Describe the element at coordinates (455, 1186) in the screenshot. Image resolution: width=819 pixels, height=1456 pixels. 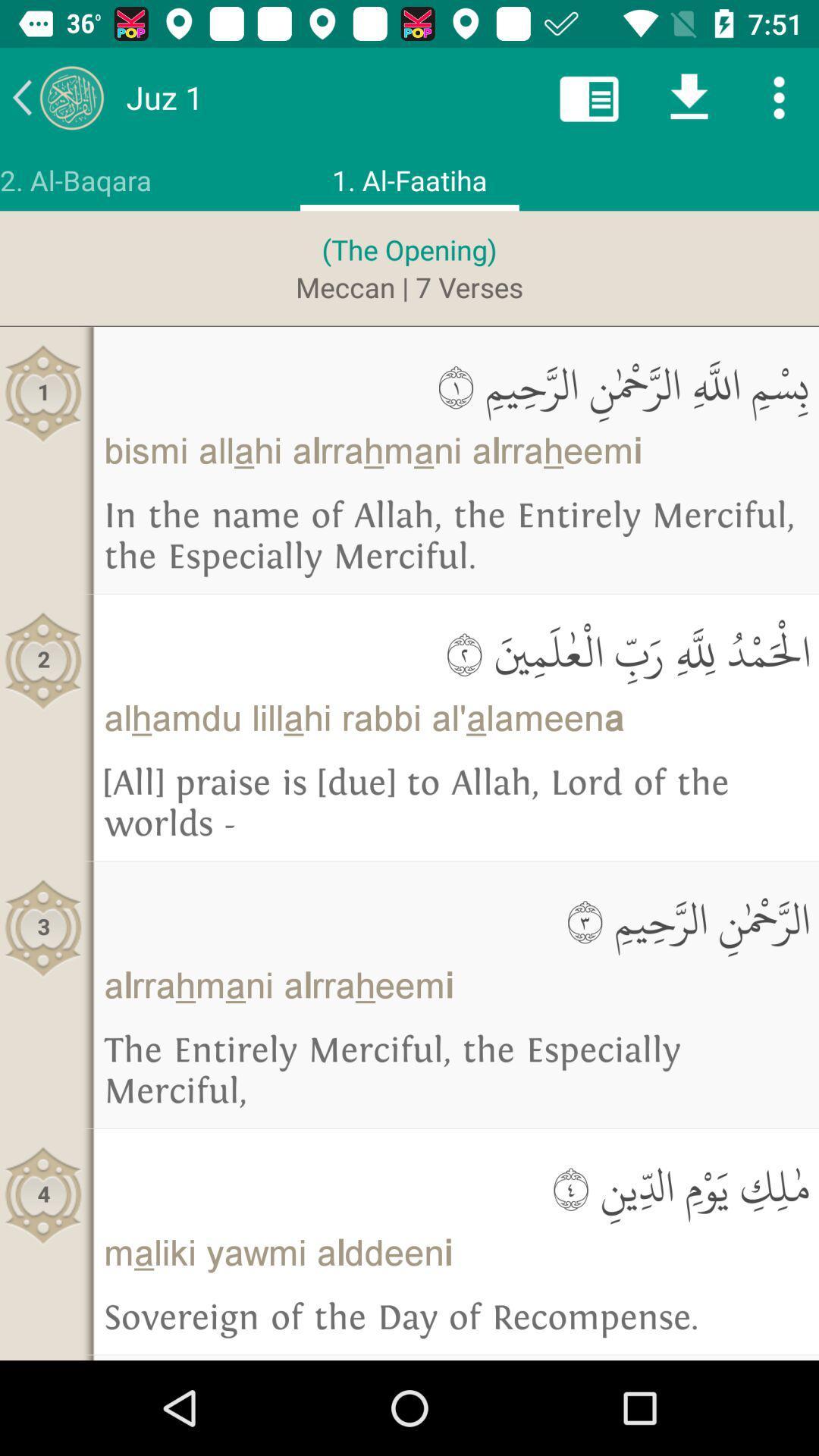
I see `the icon next to 4 item` at that location.